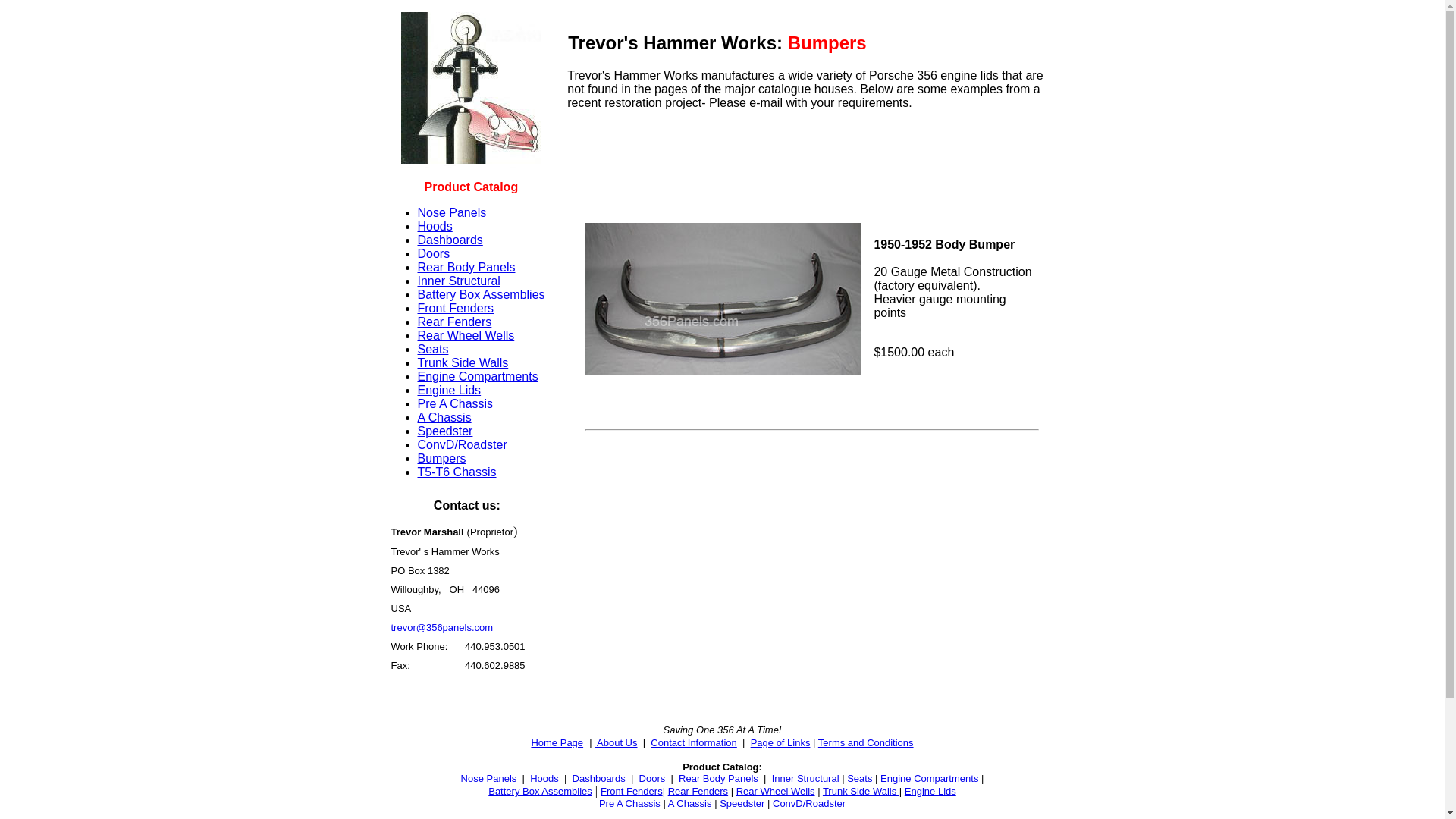 The height and width of the screenshot is (819, 1456). I want to click on 'Terms and Conditions', so click(866, 742).